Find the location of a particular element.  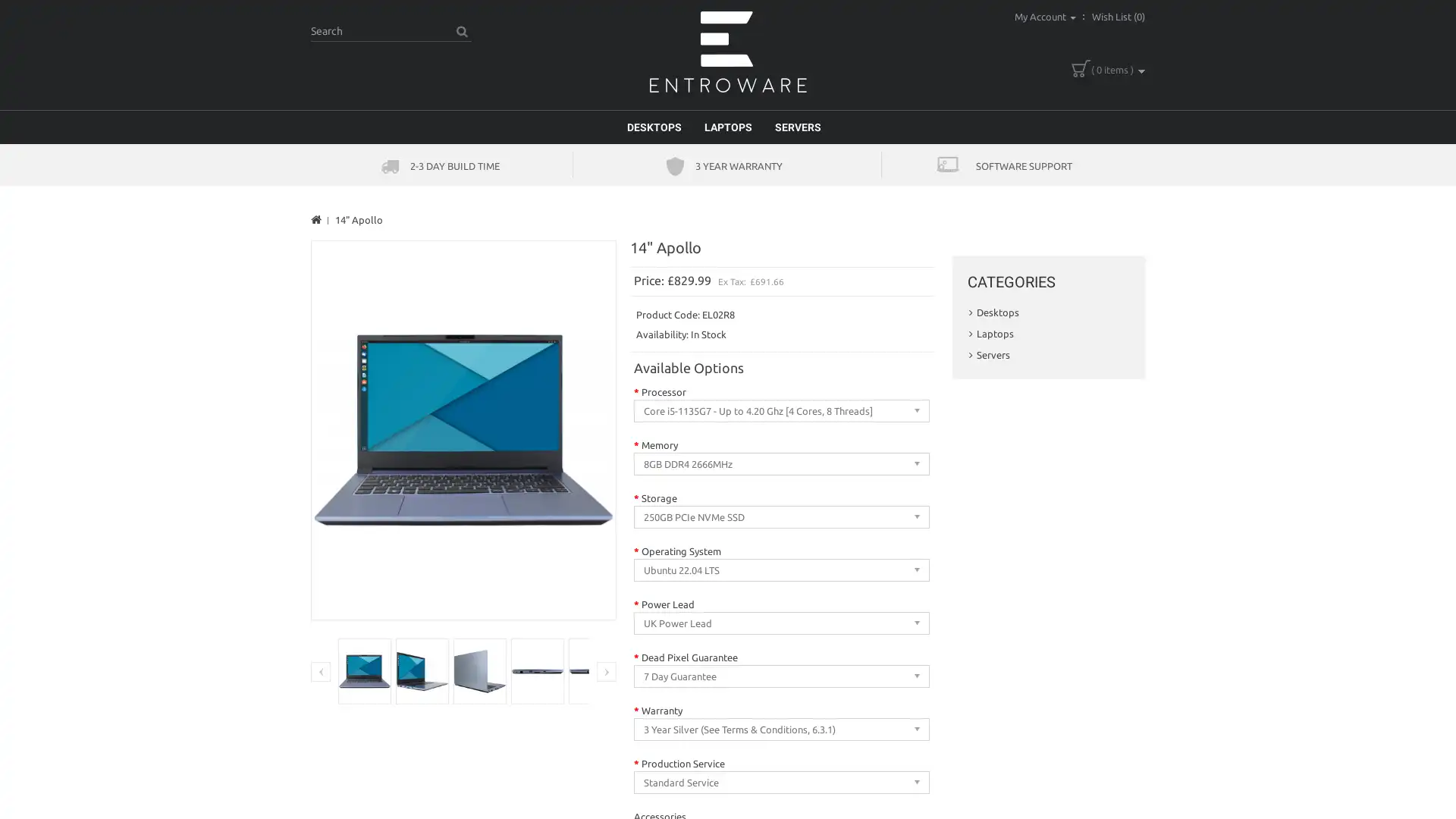

( 0 items ) is located at coordinates (1108, 69).